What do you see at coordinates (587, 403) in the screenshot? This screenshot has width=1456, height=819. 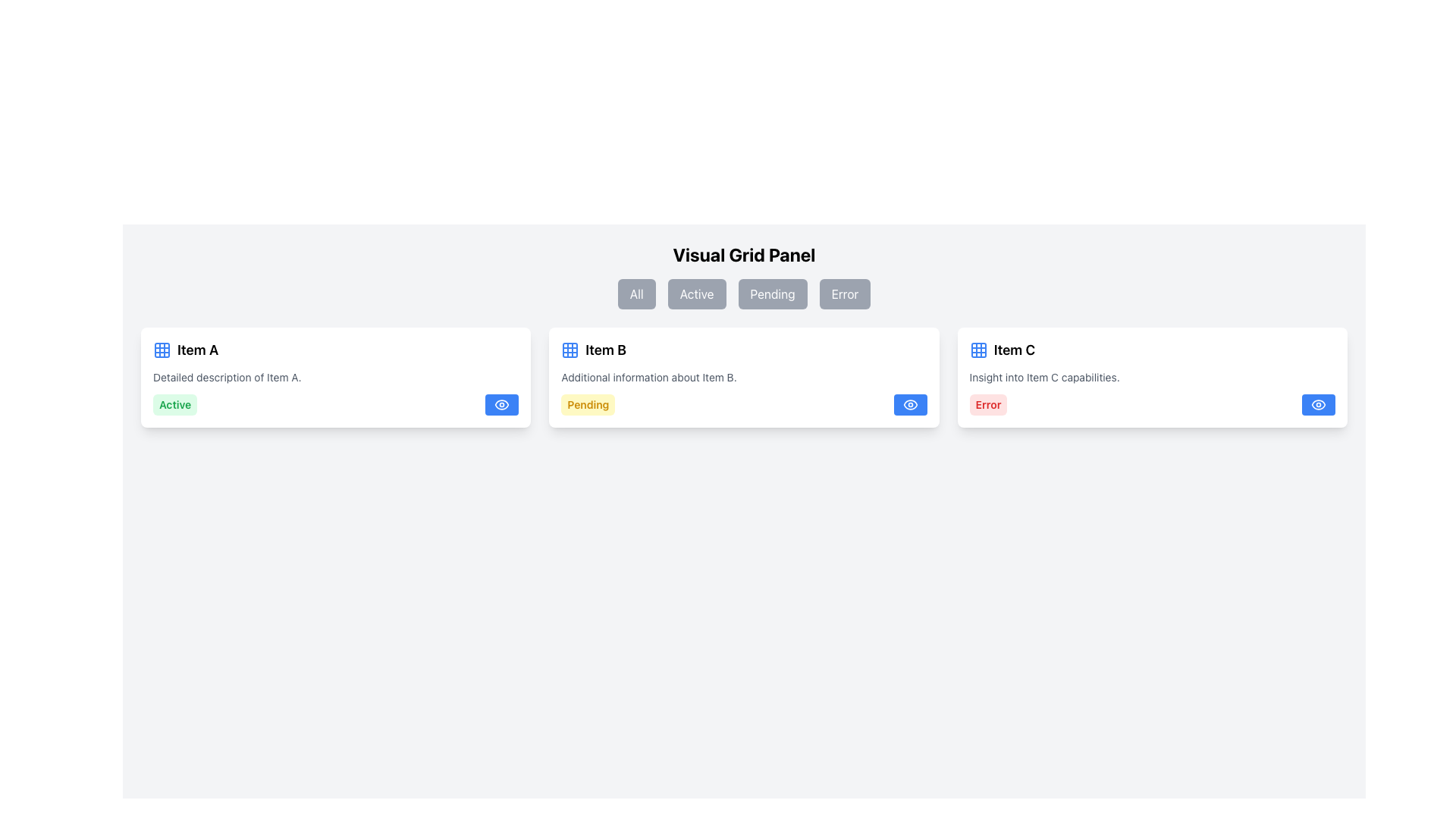 I see `the 'Pending' badge which is a rectangular element with rounded corners, located in the second card labeled 'Item B'` at bounding box center [587, 403].